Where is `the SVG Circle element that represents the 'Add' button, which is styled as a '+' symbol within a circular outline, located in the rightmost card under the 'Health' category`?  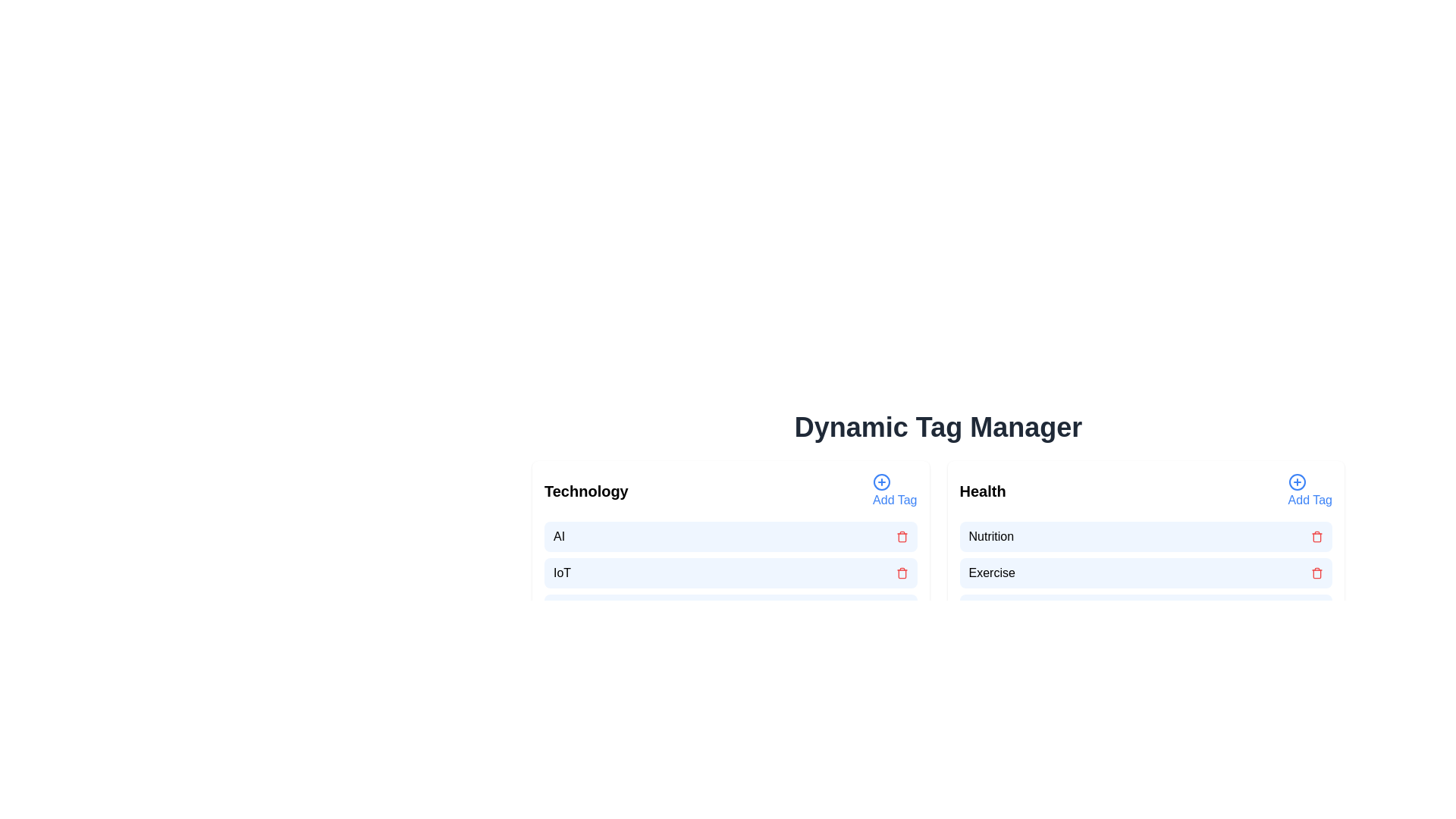
the SVG Circle element that represents the 'Add' button, which is styled as a '+' symbol within a circular outline, located in the rightmost card under the 'Health' category is located at coordinates (1296, 482).